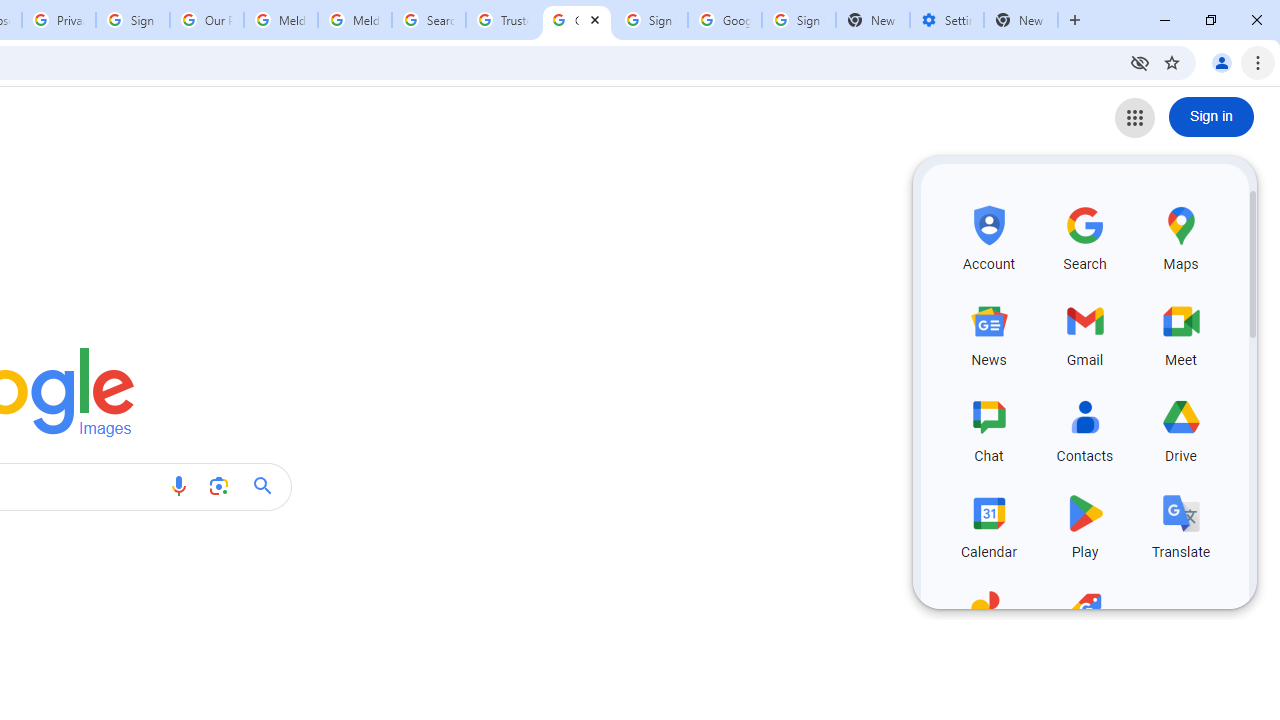 Image resolution: width=1280 pixels, height=720 pixels. What do you see at coordinates (503, 20) in the screenshot?
I see `'Trusted Information and Content - Google Safety Center'` at bounding box center [503, 20].